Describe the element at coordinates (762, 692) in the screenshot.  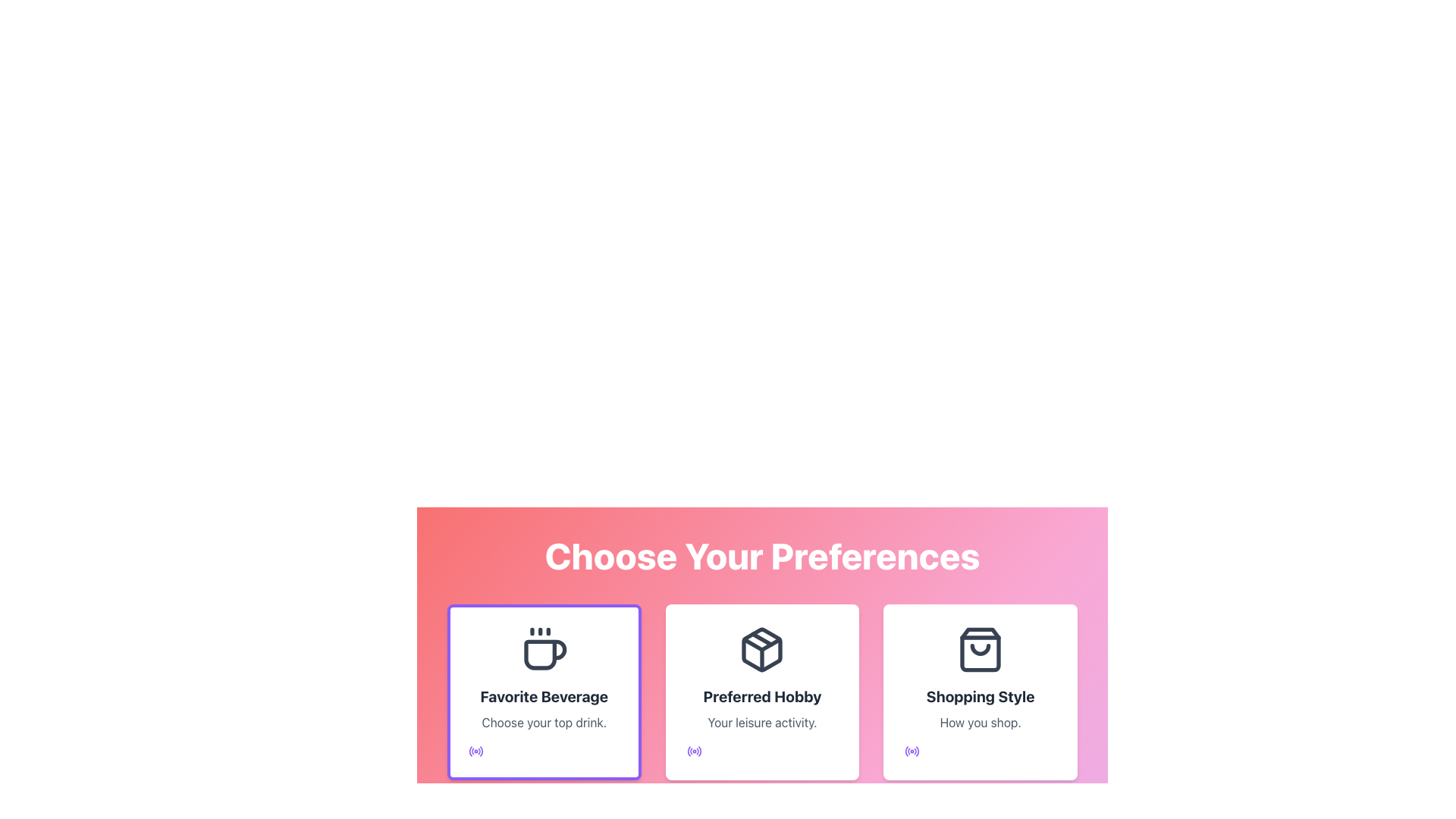
I see `the clickable card titled 'Preferred Hobby' that features a cube icon and two lines of text, with the card being the second in a horizontally arranged grid of three cards` at that location.